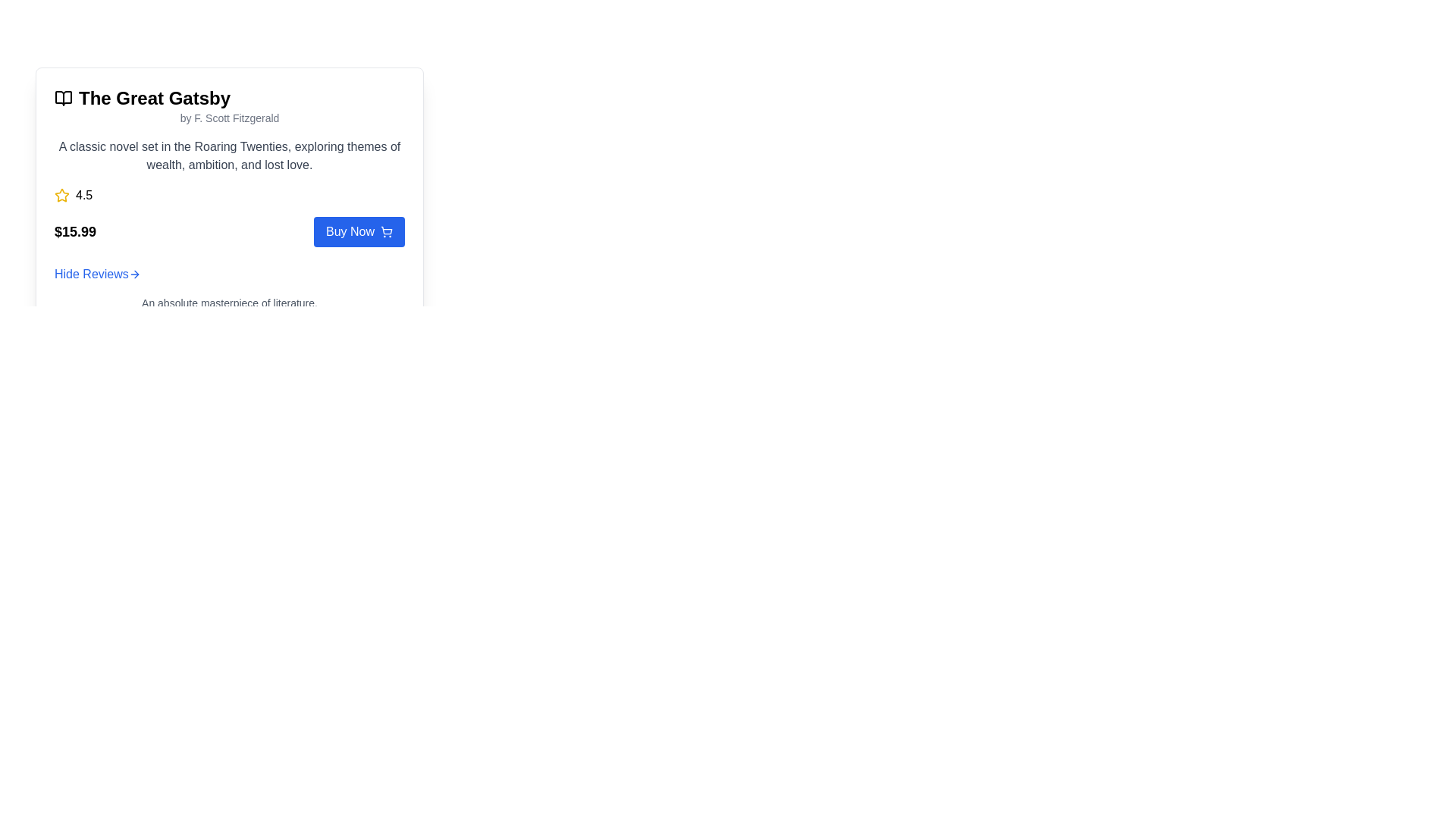 This screenshot has width=1456, height=819. I want to click on the right-pointing arrow icon of the 'Hide Reviews' link, so click(134, 275).